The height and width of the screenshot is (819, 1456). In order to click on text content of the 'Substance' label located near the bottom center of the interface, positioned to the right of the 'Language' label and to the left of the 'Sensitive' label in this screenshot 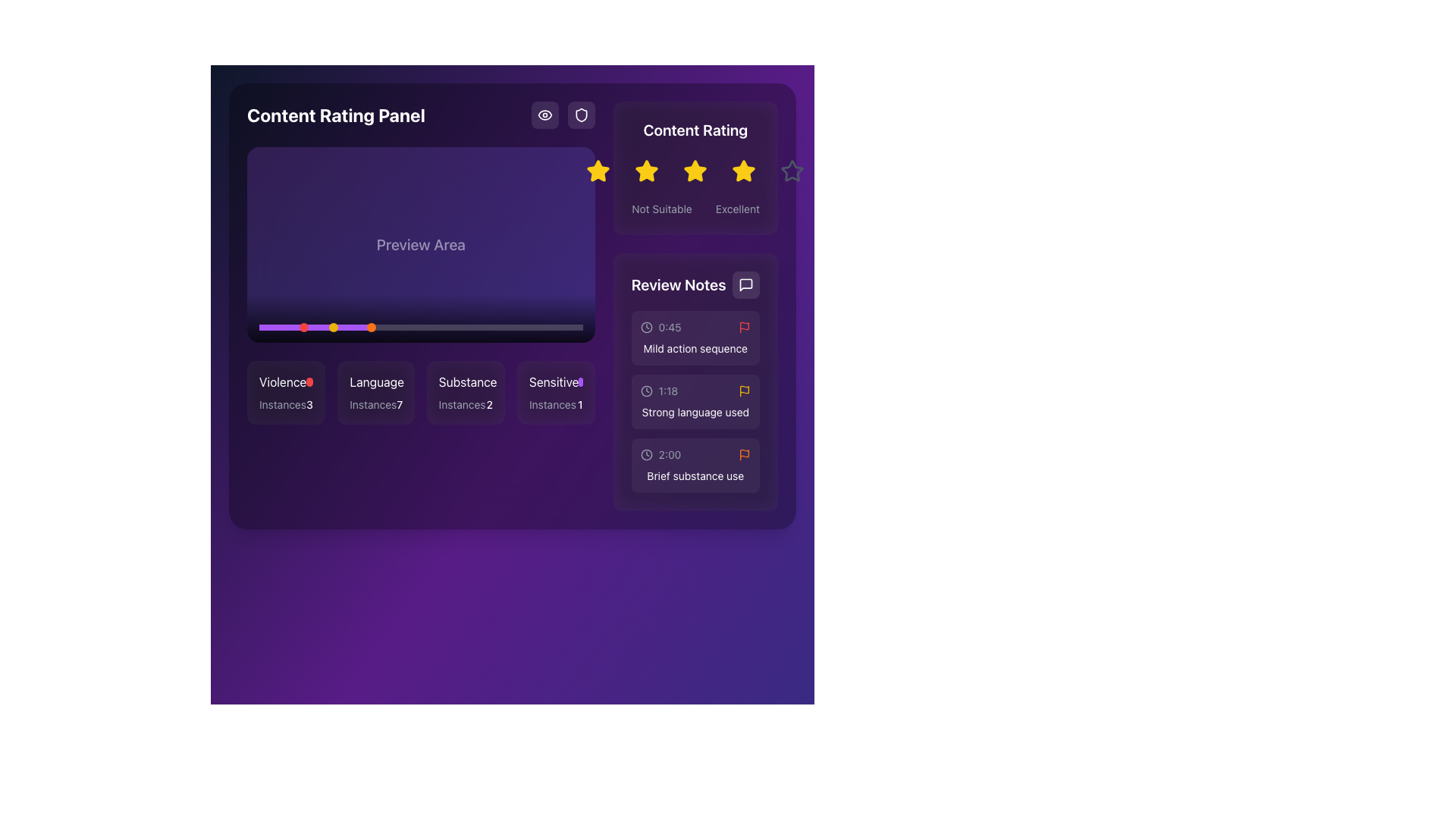, I will do `click(467, 381)`.